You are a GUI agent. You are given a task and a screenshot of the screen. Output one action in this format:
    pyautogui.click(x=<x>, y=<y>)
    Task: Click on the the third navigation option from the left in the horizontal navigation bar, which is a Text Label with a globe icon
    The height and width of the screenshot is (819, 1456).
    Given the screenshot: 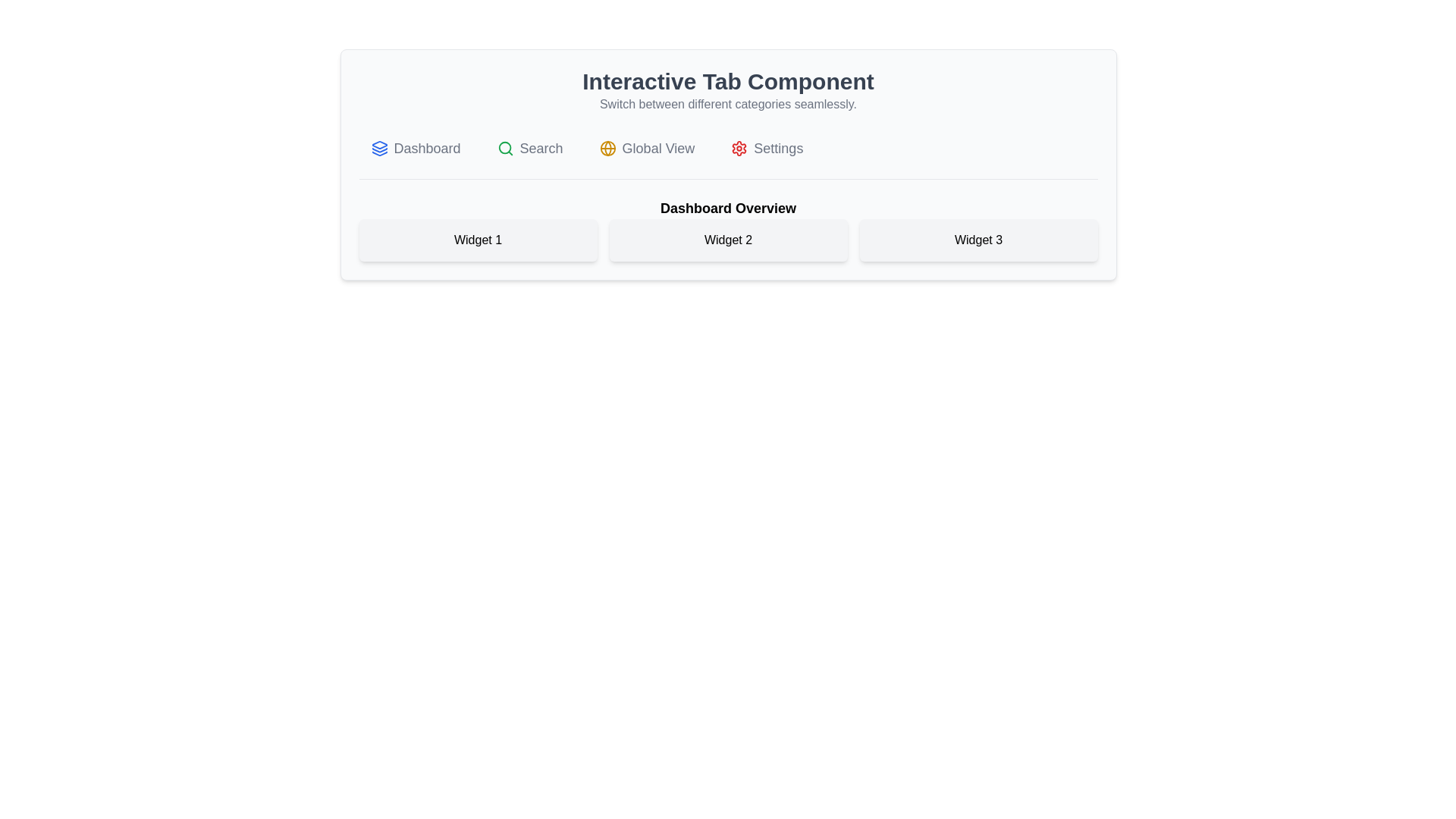 What is the action you would take?
    pyautogui.click(x=658, y=149)
    